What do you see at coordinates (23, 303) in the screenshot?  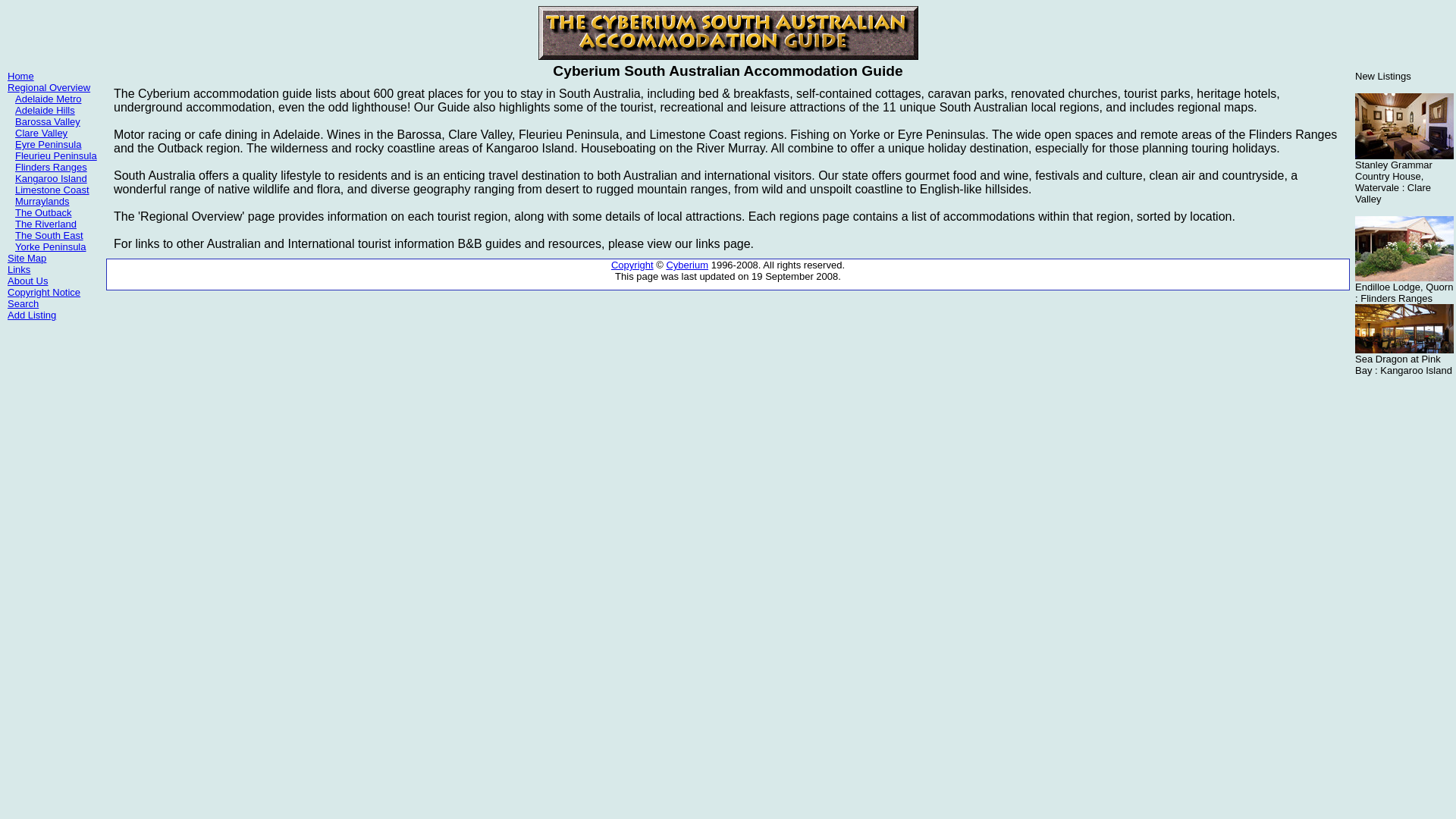 I see `'Search'` at bounding box center [23, 303].